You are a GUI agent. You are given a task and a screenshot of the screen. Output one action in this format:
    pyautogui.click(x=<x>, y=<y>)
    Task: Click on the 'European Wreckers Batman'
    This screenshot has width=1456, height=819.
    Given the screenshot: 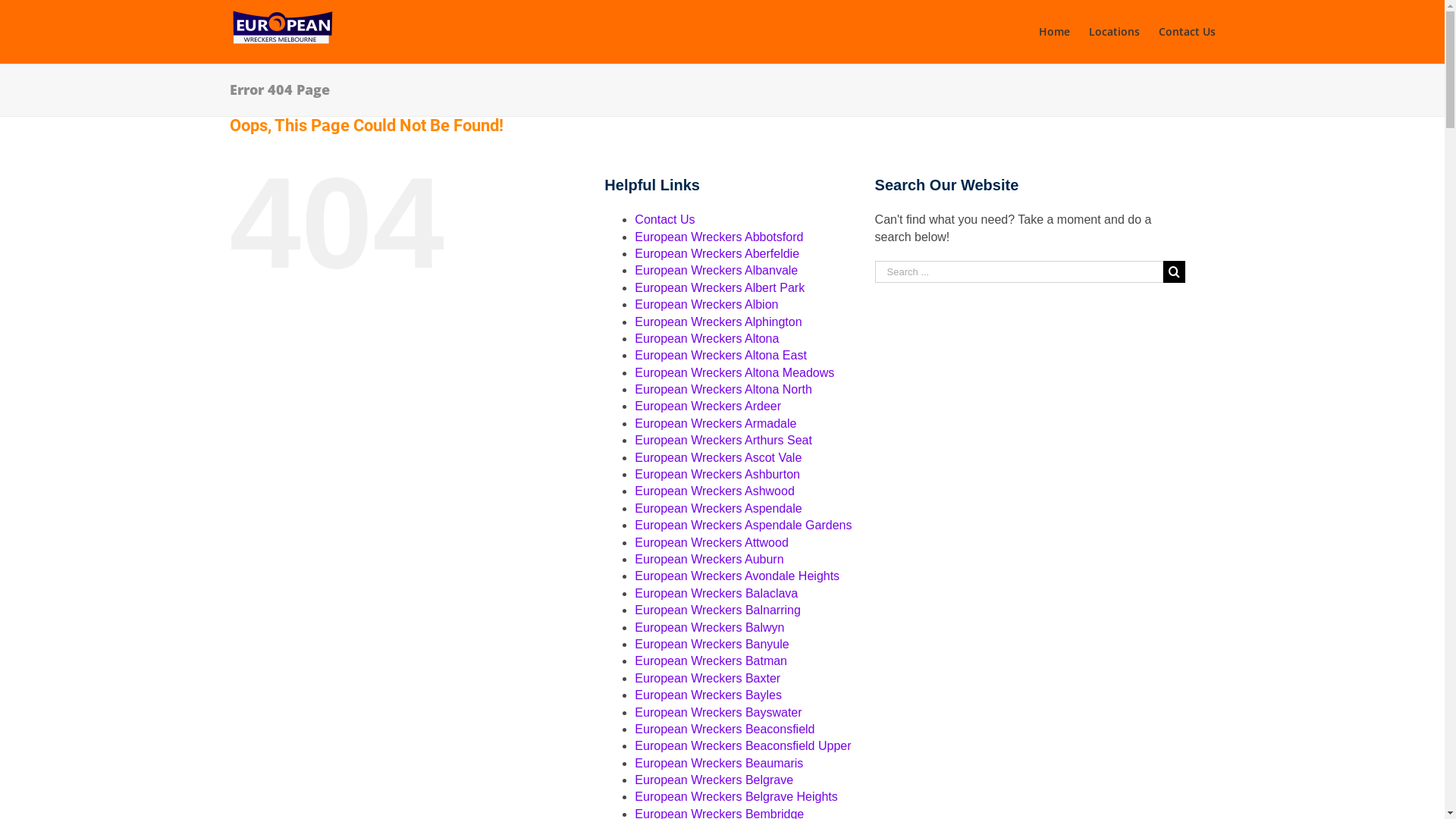 What is the action you would take?
    pyautogui.click(x=710, y=660)
    